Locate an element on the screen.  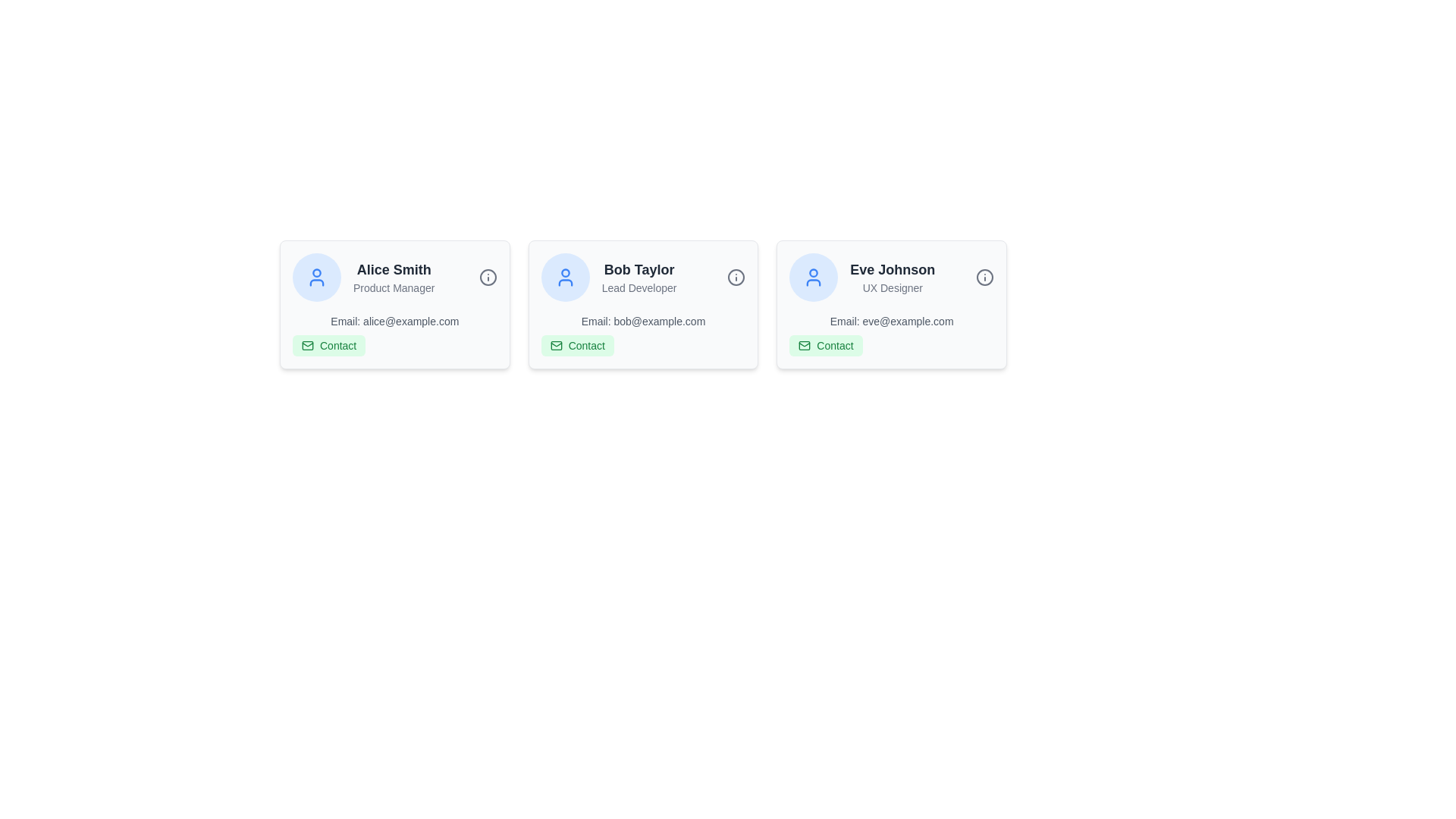
the SVG circle element that is a light gray filled circular shape in the top-right corner of the rightmost card associated with 'Eve Johnson' is located at coordinates (985, 278).